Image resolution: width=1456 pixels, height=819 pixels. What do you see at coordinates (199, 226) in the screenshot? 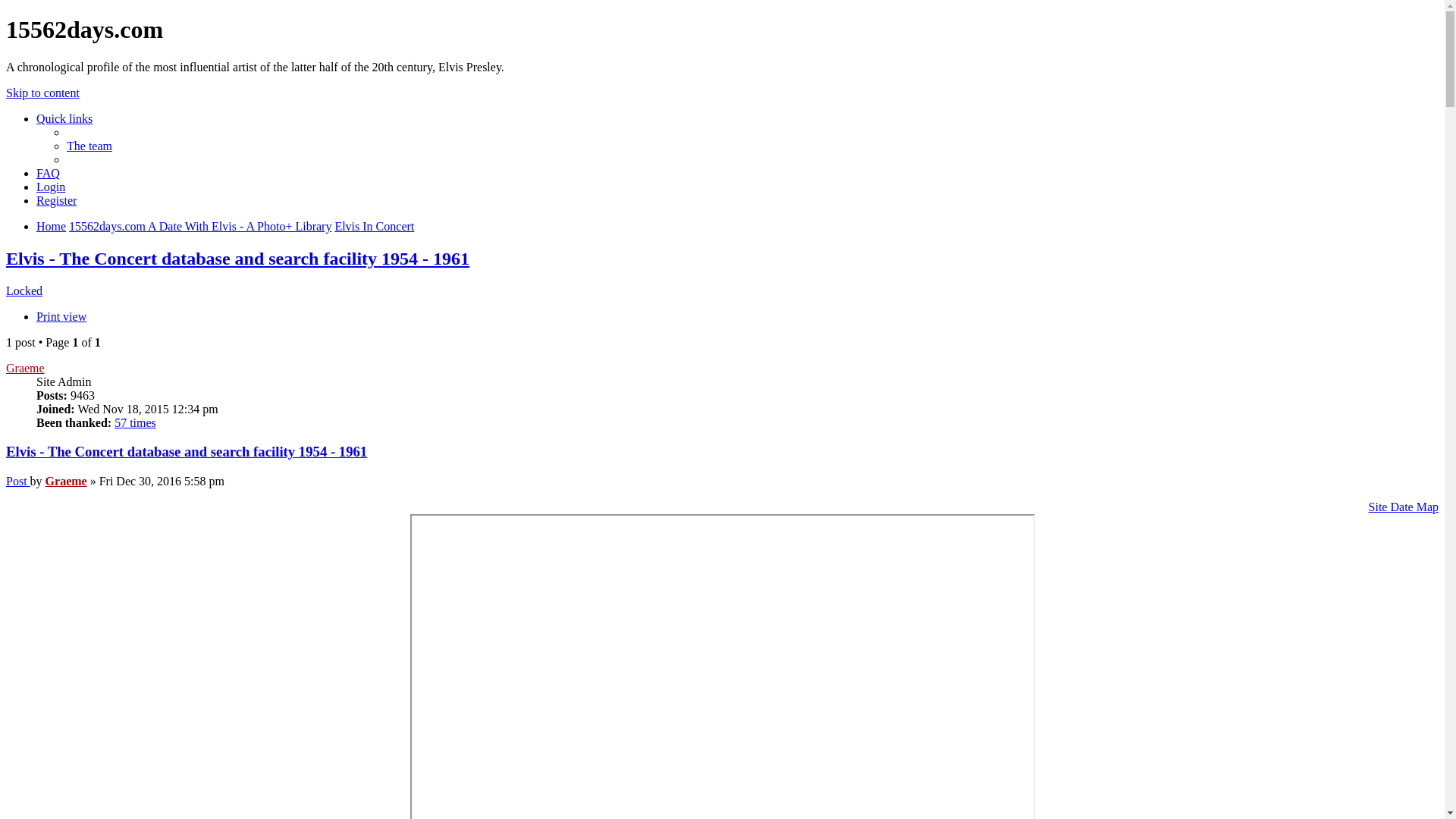
I see `'15562days.com A Date With Elvis - A Photo+ Library'` at bounding box center [199, 226].